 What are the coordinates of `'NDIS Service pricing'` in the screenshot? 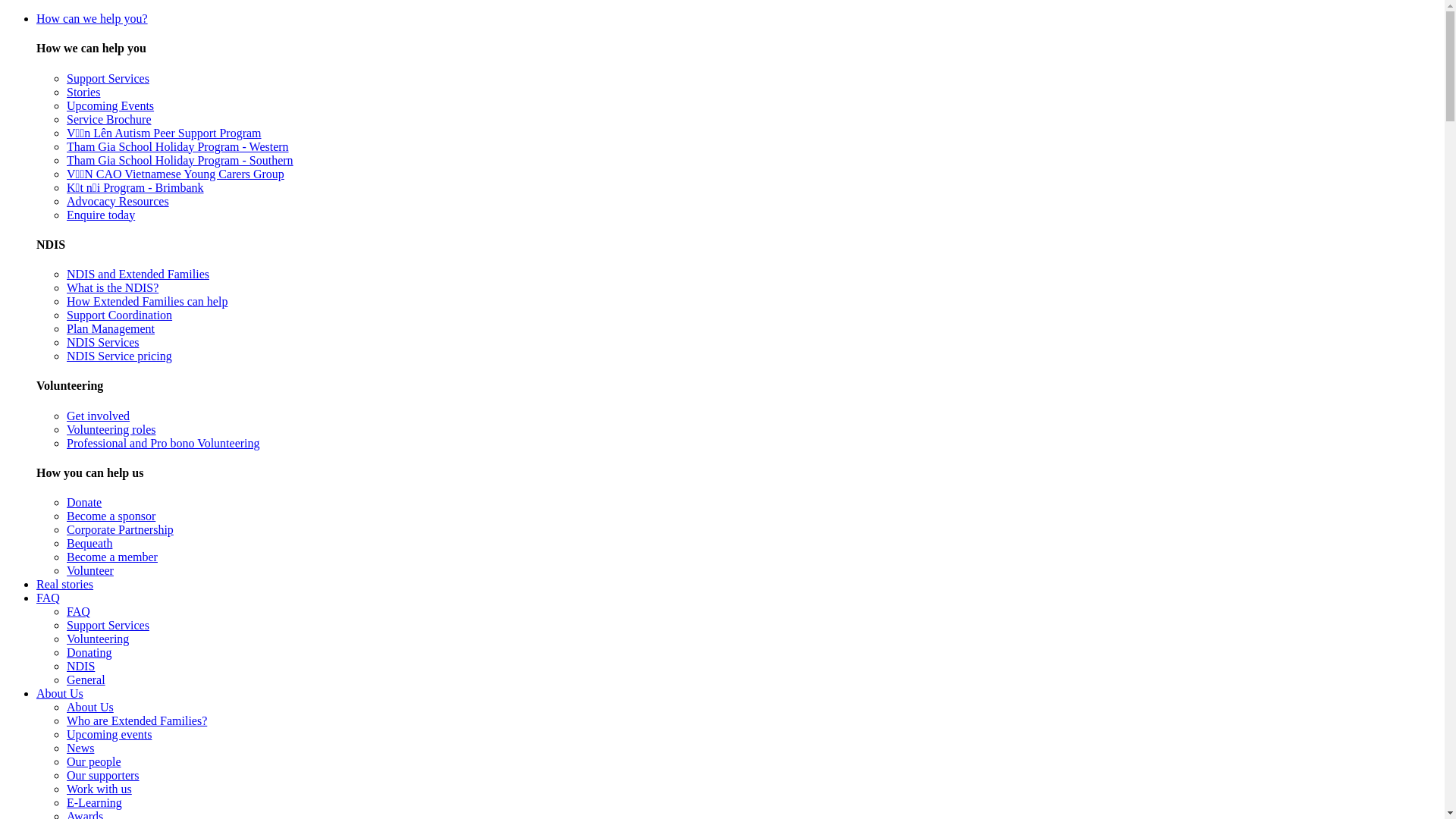 It's located at (118, 356).